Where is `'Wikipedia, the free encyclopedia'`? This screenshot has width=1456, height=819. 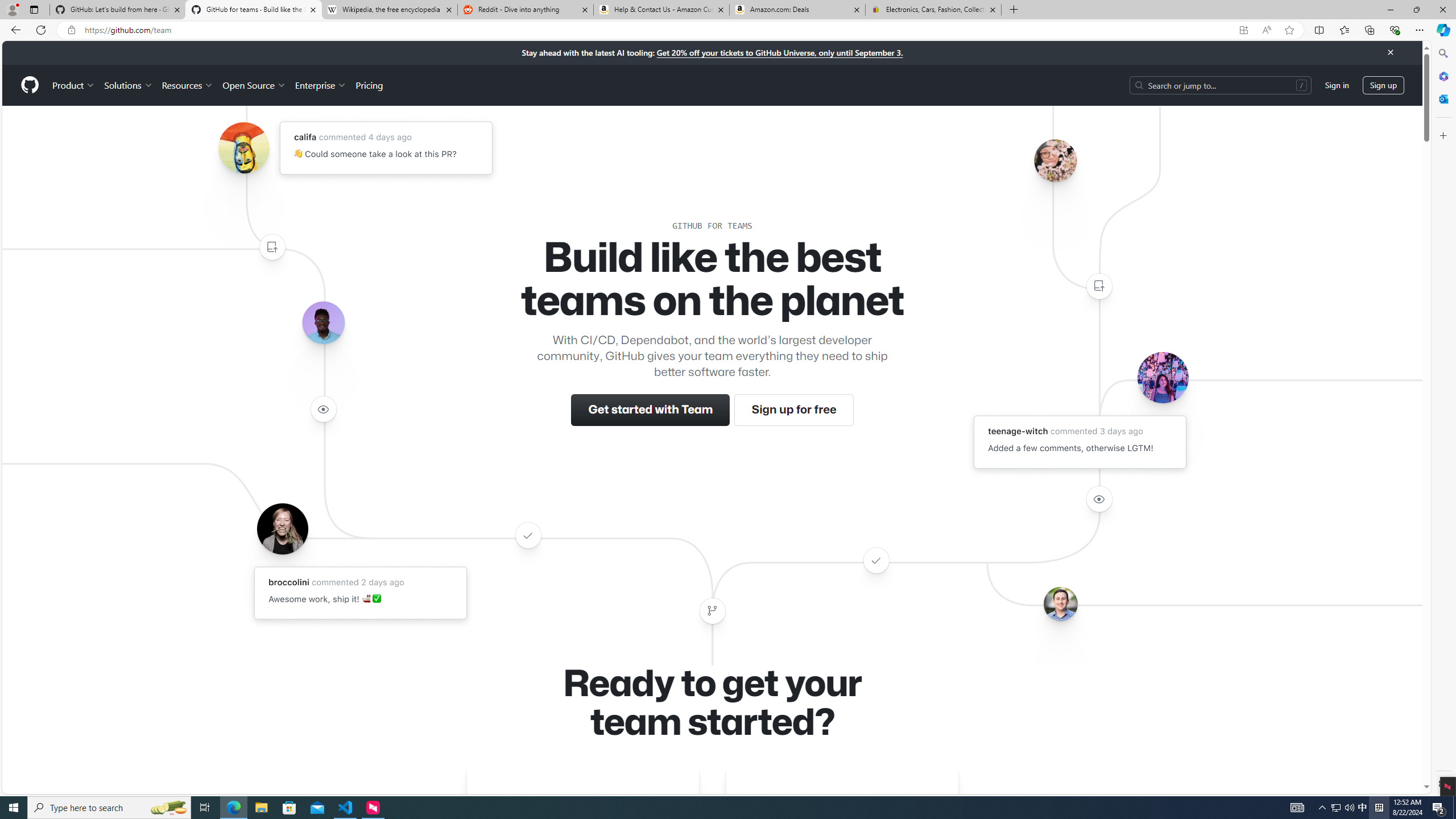 'Wikipedia, the free encyclopedia' is located at coordinates (390, 9).